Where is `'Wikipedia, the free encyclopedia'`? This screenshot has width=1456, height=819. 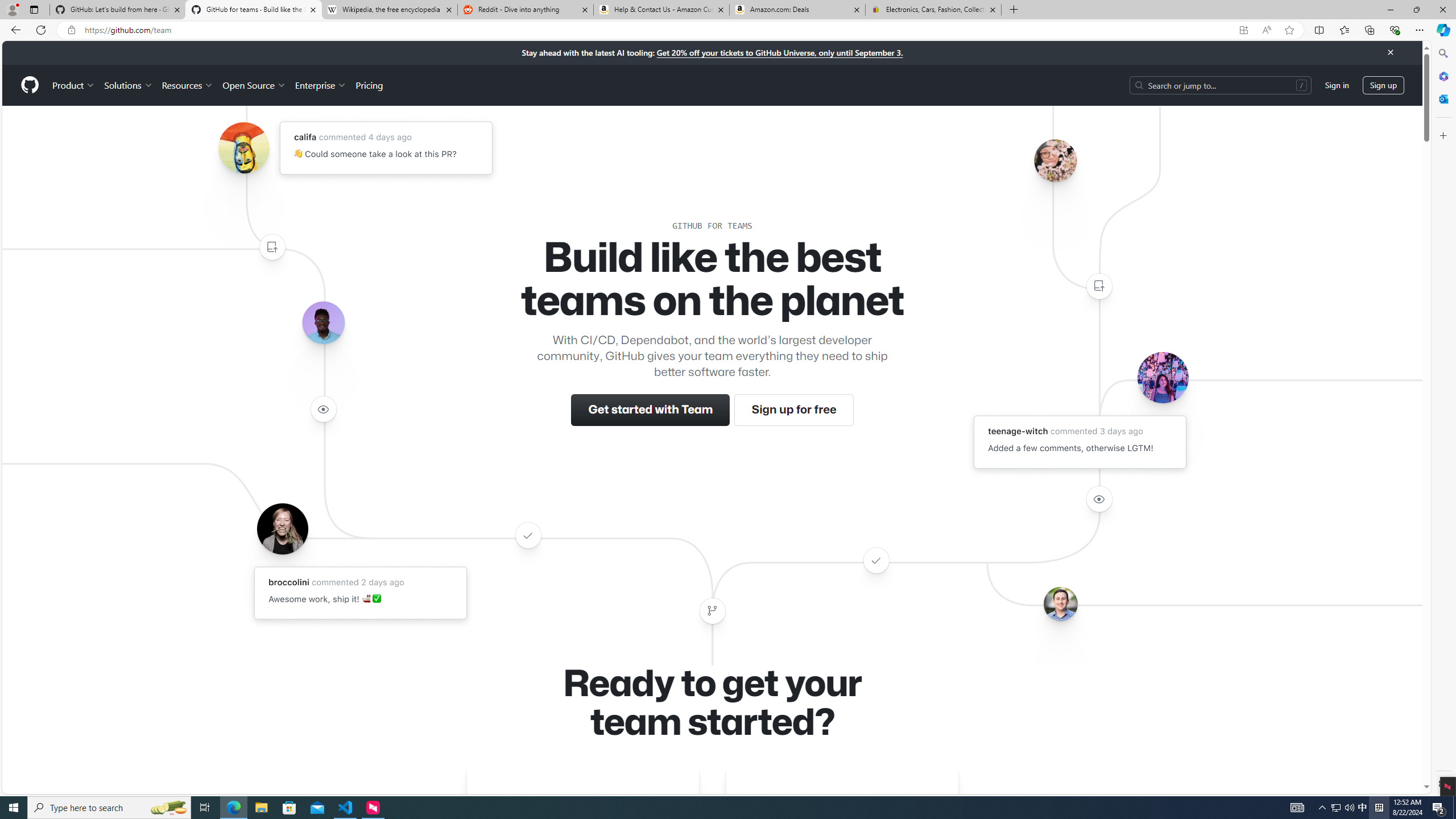 'Wikipedia, the free encyclopedia' is located at coordinates (390, 9).